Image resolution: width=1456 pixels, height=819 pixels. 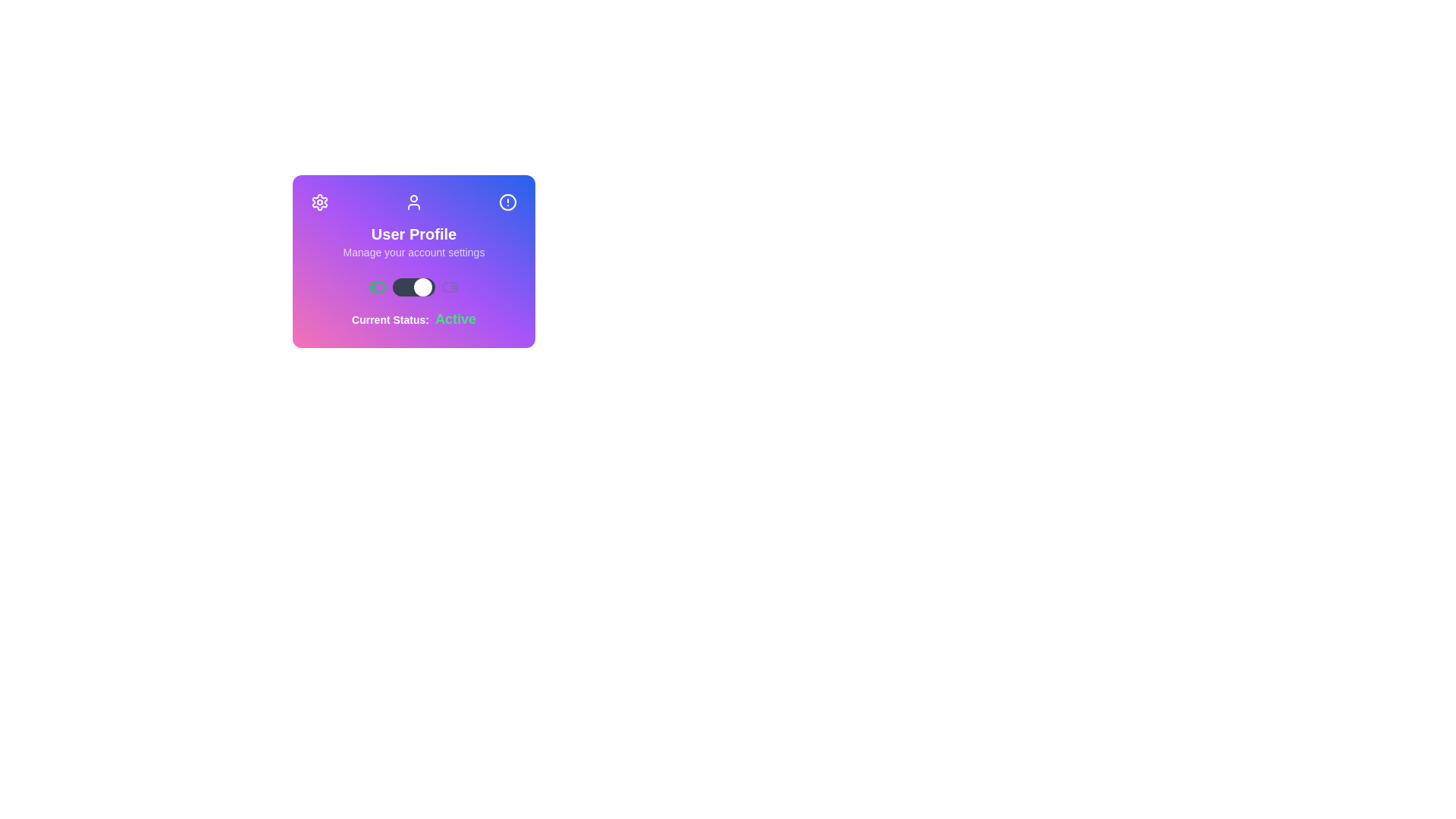 What do you see at coordinates (414, 201) in the screenshot?
I see `the user profile icon located at the center of the top row of the card structure, positioned between the gear icon and the alert sign icon` at bounding box center [414, 201].